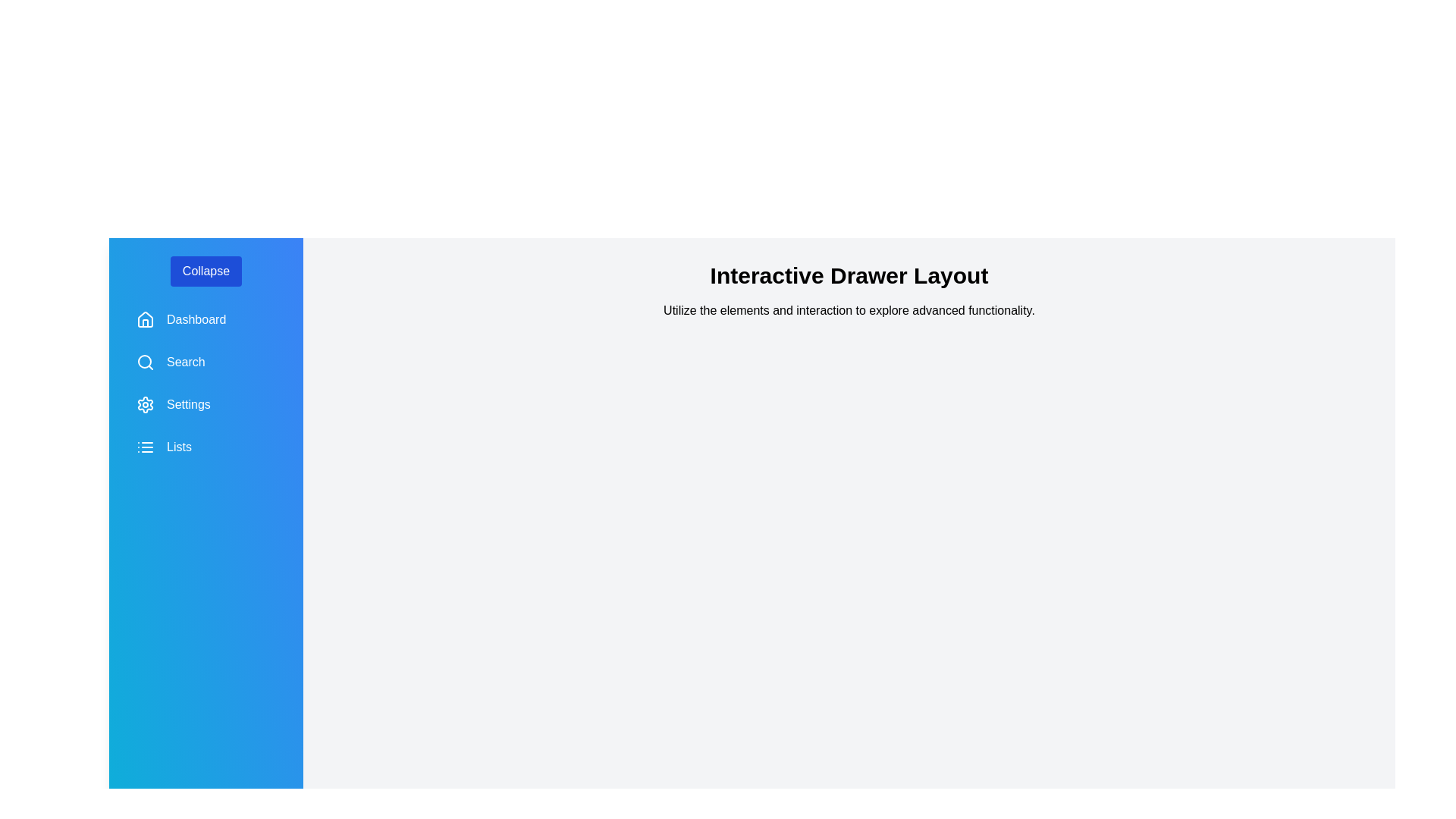 This screenshot has height=819, width=1456. Describe the element at coordinates (206, 318) in the screenshot. I see `the menu item labeled Dashboard to navigate to its respective section` at that location.